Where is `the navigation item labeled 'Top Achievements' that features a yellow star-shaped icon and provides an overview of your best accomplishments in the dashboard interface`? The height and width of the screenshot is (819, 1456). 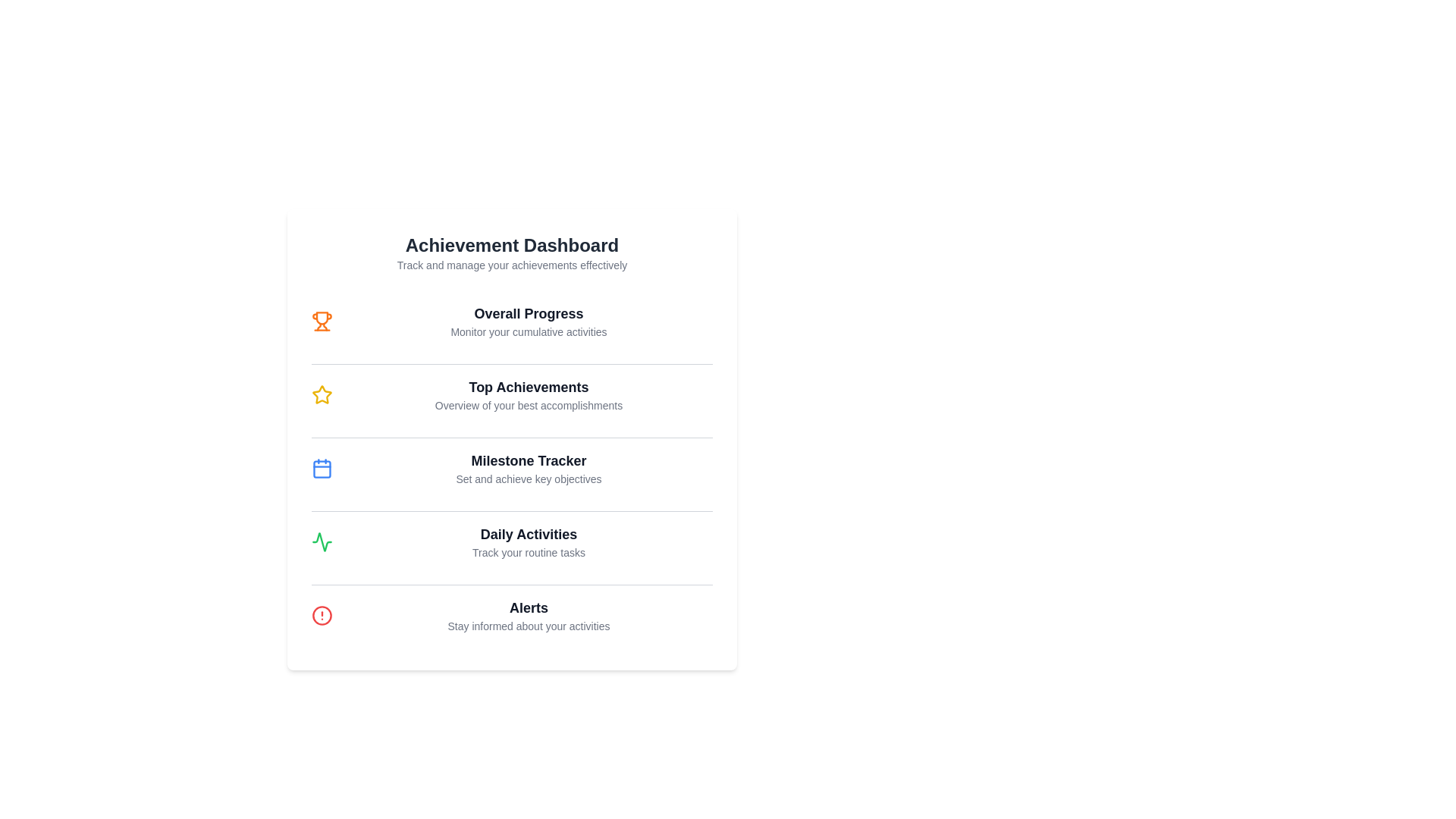
the navigation item labeled 'Top Achievements' that features a yellow star-shaped icon and provides an overview of your best accomplishments in the dashboard interface is located at coordinates (512, 394).